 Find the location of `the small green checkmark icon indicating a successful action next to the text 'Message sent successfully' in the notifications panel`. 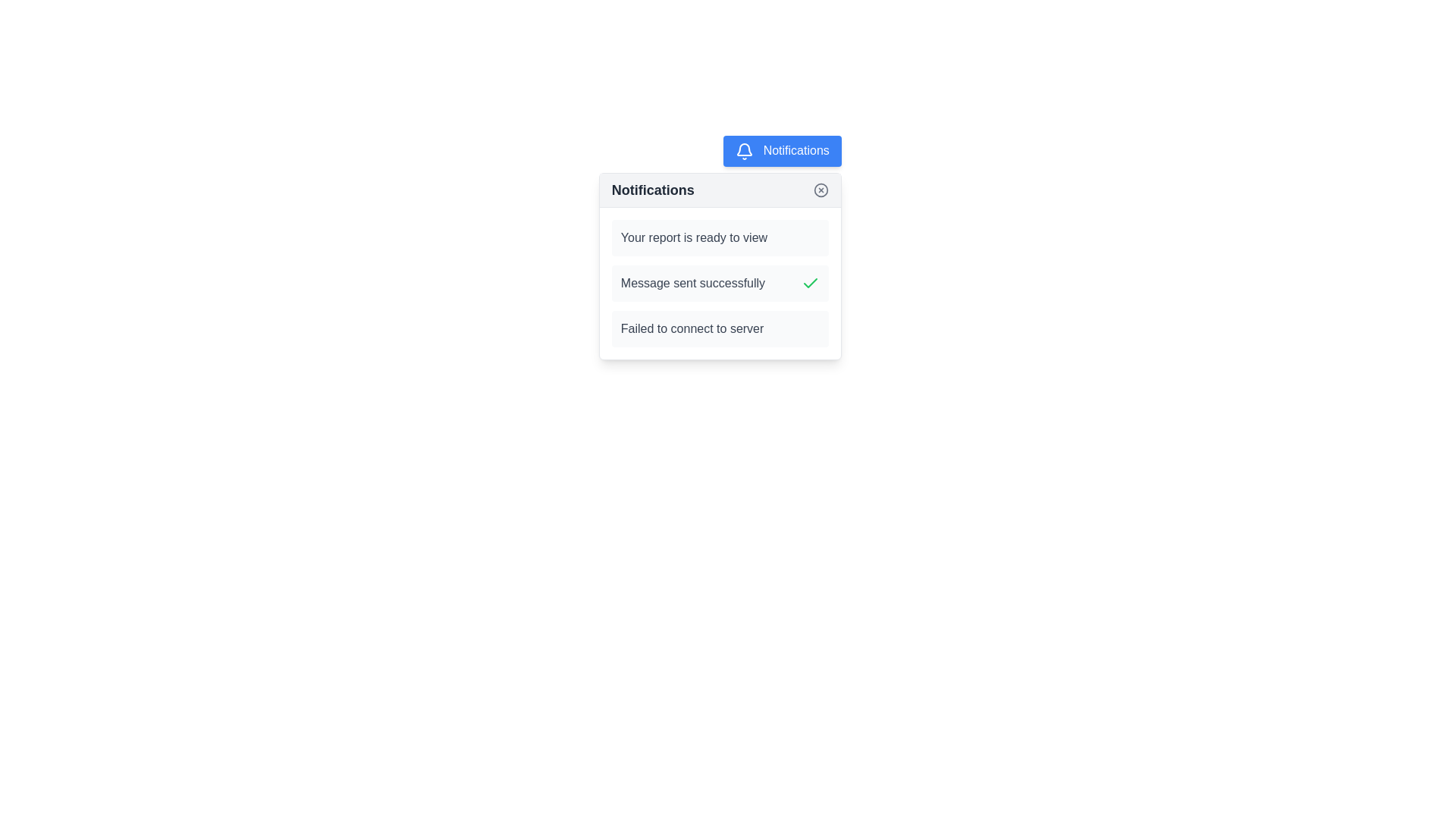

the small green checkmark icon indicating a successful action next to the text 'Message sent successfully' in the notifications panel is located at coordinates (809, 283).